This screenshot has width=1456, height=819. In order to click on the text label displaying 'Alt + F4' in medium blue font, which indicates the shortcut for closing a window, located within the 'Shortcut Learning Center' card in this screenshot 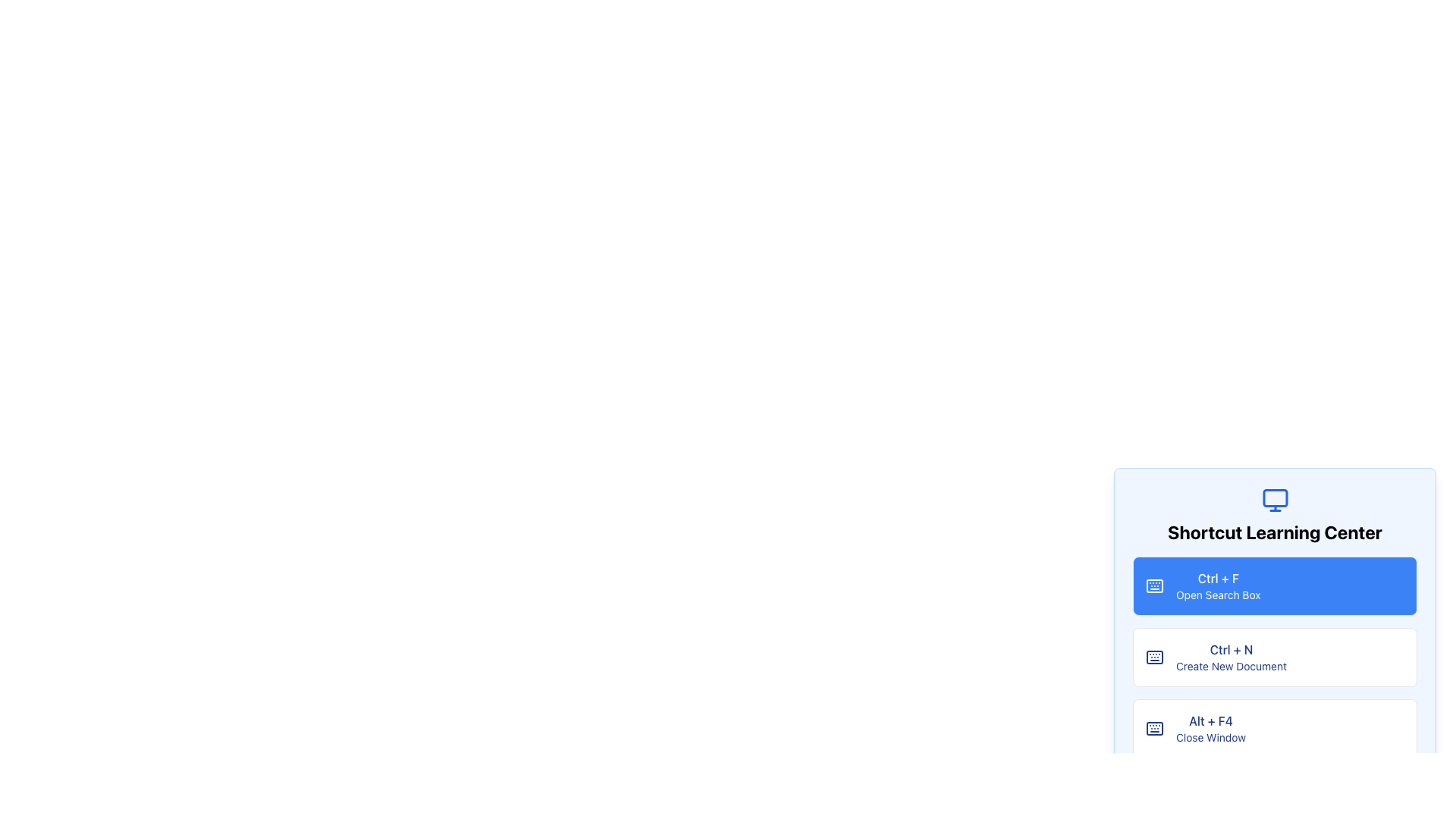, I will do `click(1210, 720)`.